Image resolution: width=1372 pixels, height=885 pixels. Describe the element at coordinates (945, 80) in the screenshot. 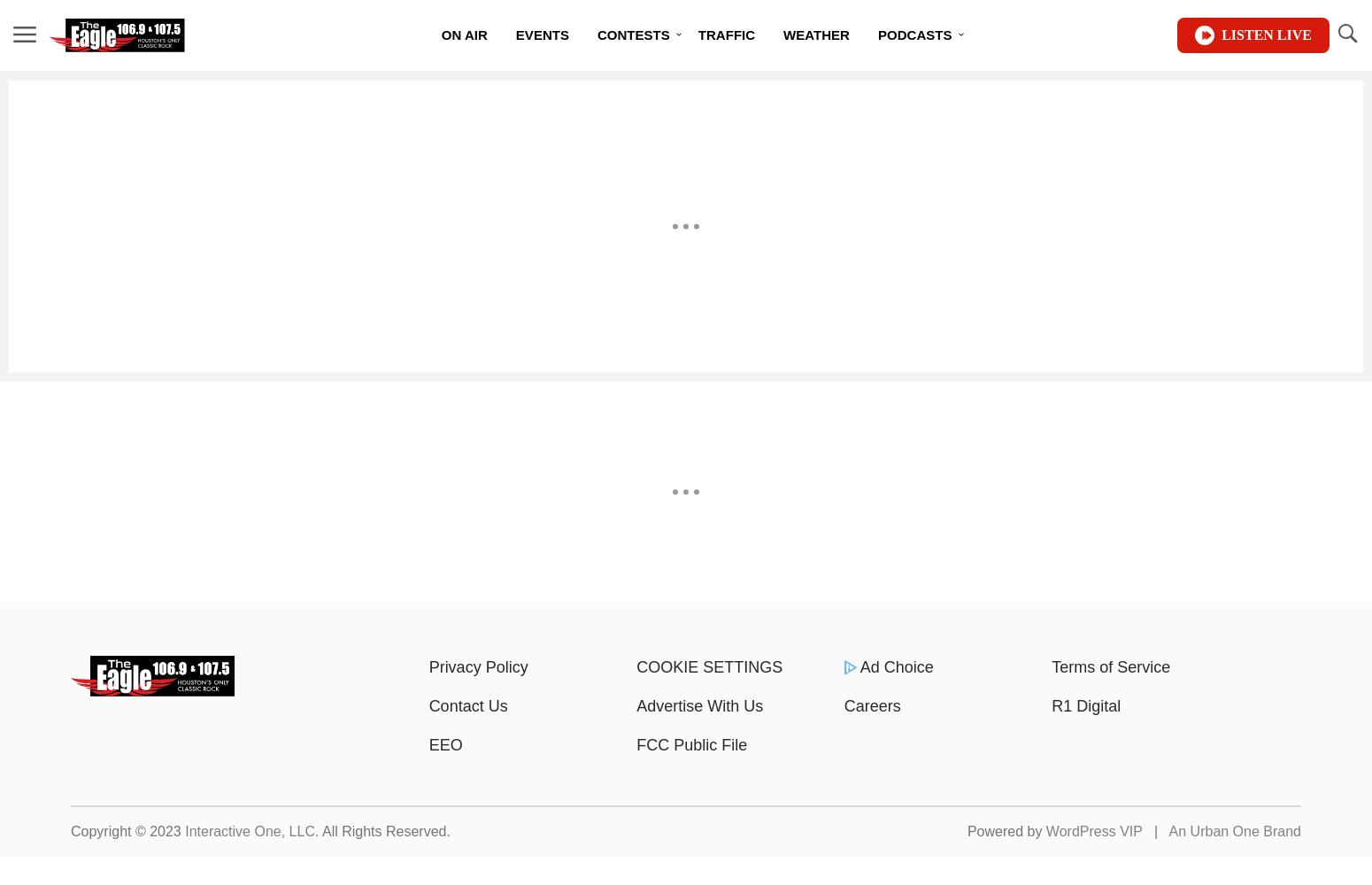

I see `'Dean & Rog Birthday Scams'` at that location.